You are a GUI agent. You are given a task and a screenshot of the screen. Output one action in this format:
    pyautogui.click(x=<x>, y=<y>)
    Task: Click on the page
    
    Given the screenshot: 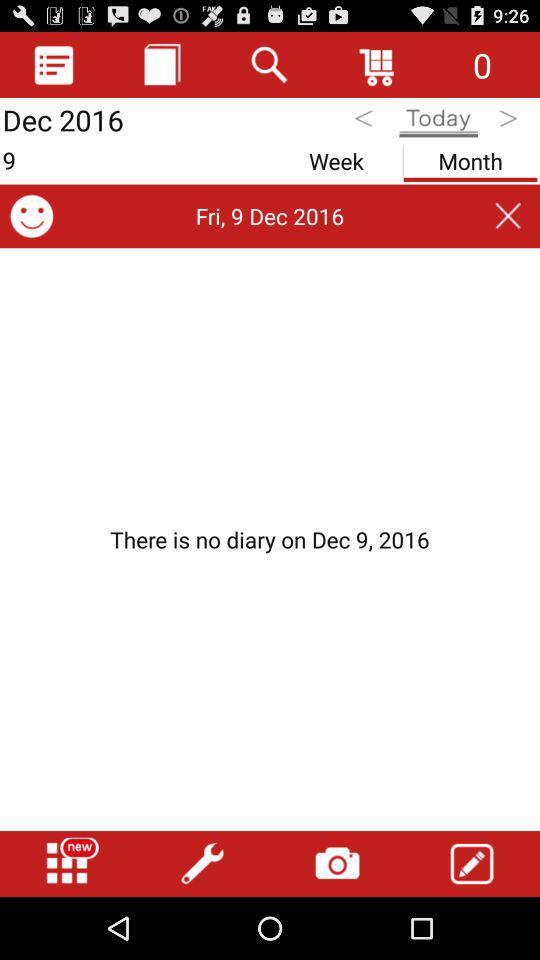 What is the action you would take?
    pyautogui.click(x=508, y=216)
    